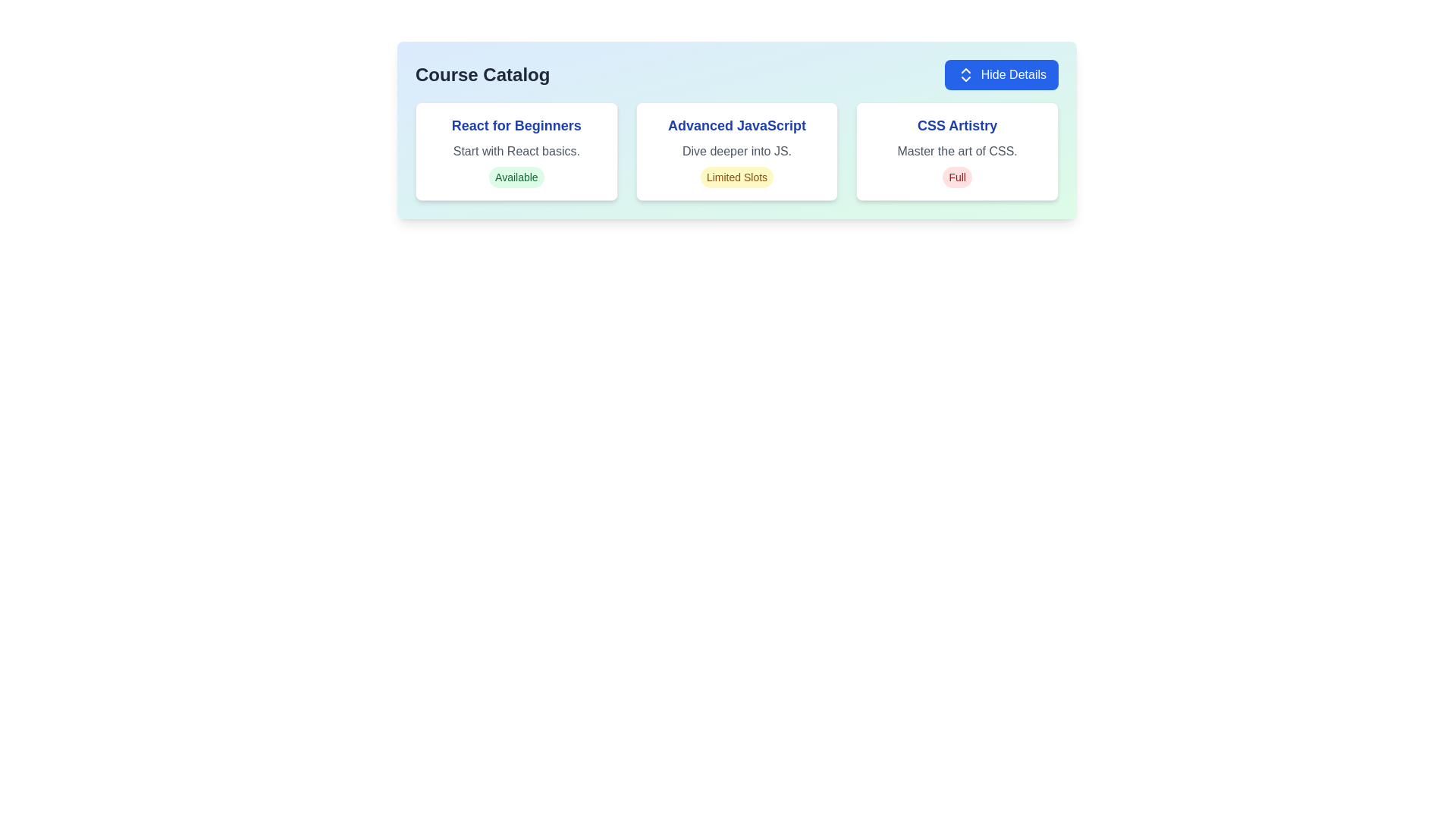  What do you see at coordinates (516, 152) in the screenshot?
I see `the text label that says 'Start with React basics.' located under the bold blue title 'React for Beginners' within a white rectangular card` at bounding box center [516, 152].